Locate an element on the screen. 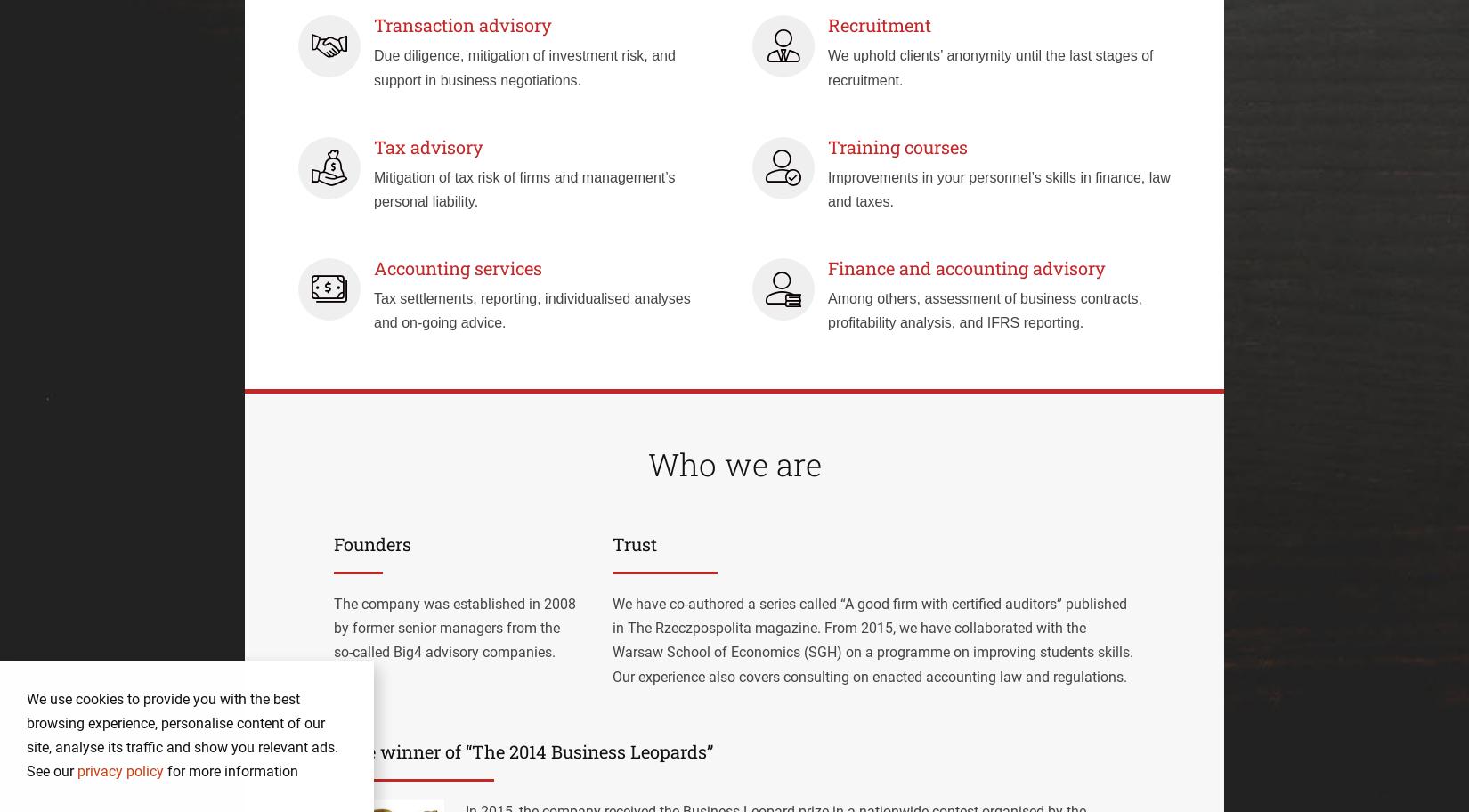 Image resolution: width=1469 pixels, height=812 pixels. 'We uphold clients’ anonymity until the last stages of recruitment.' is located at coordinates (827, 66).